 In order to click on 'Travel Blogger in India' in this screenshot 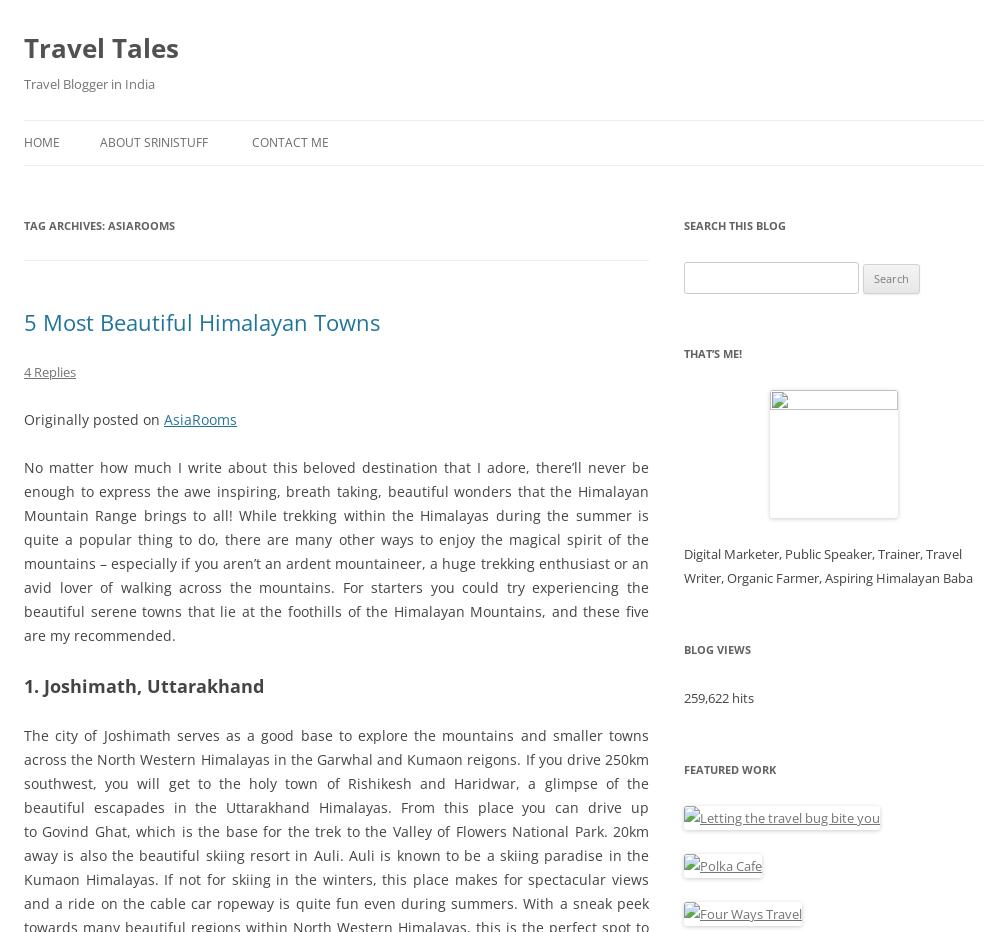, I will do `click(89, 83)`.